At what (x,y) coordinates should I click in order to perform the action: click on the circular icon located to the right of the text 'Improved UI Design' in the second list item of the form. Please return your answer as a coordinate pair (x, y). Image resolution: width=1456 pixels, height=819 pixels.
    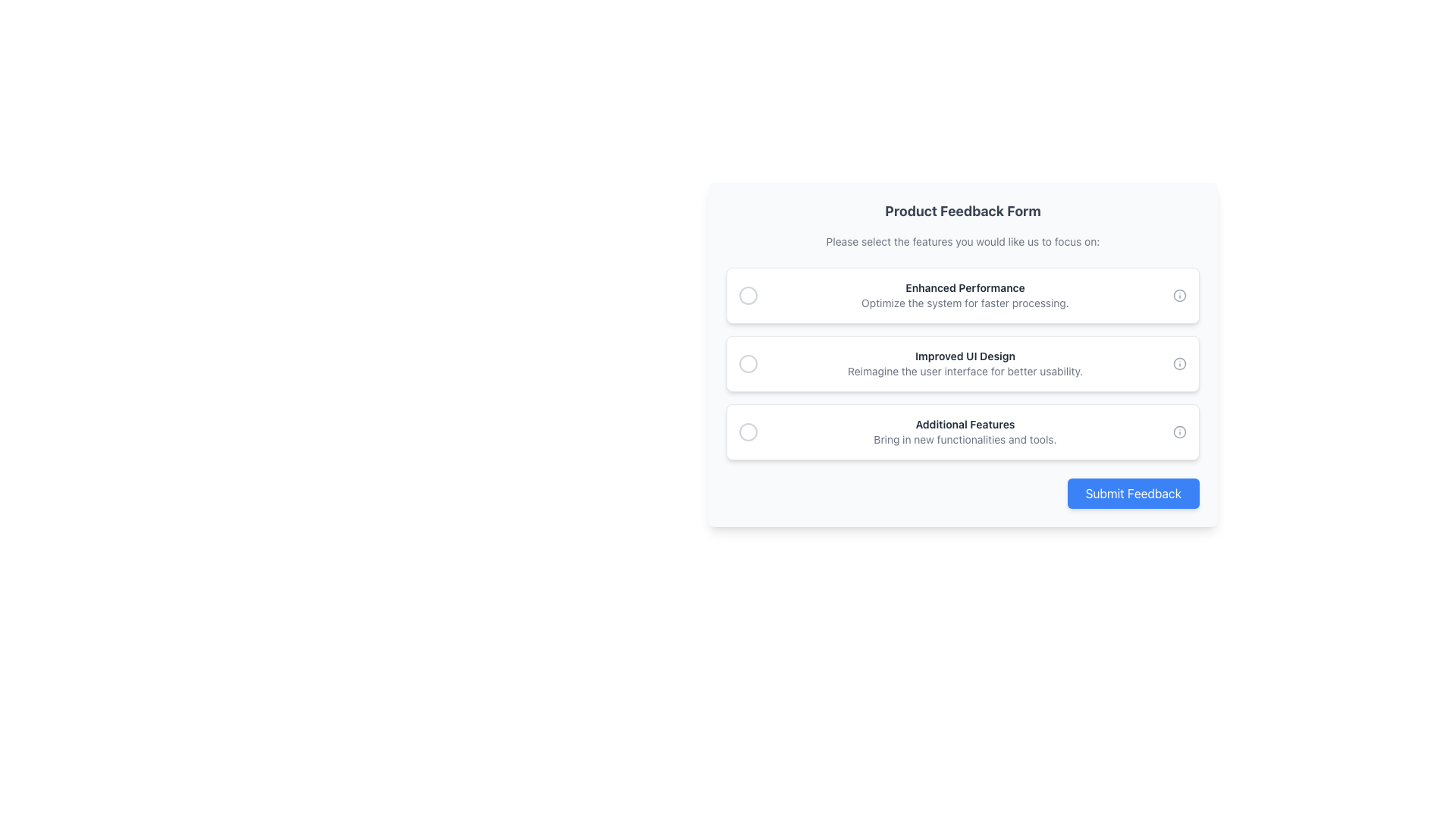
    Looking at the image, I should click on (1178, 363).